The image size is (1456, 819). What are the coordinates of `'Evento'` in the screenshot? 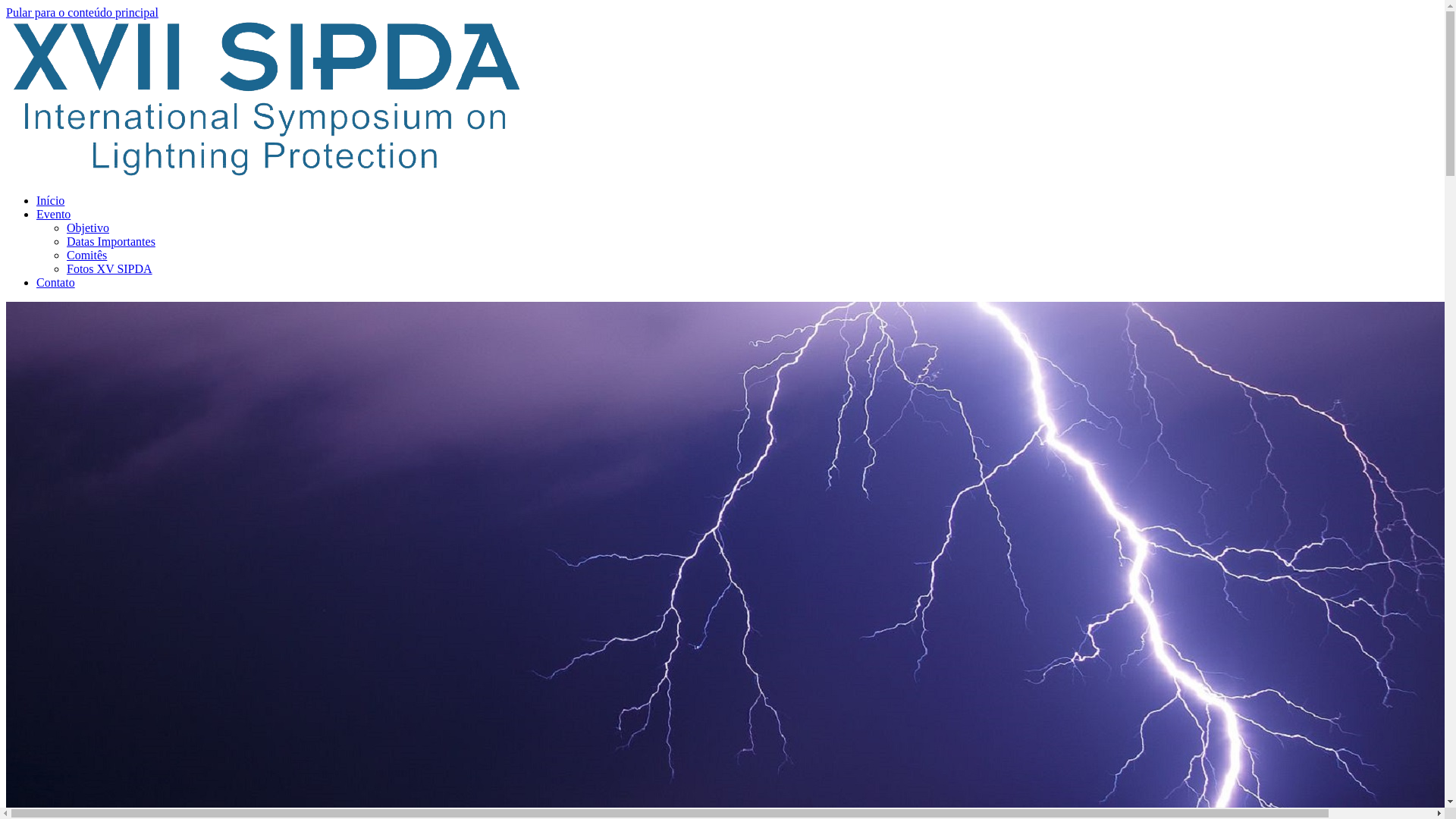 It's located at (53, 214).